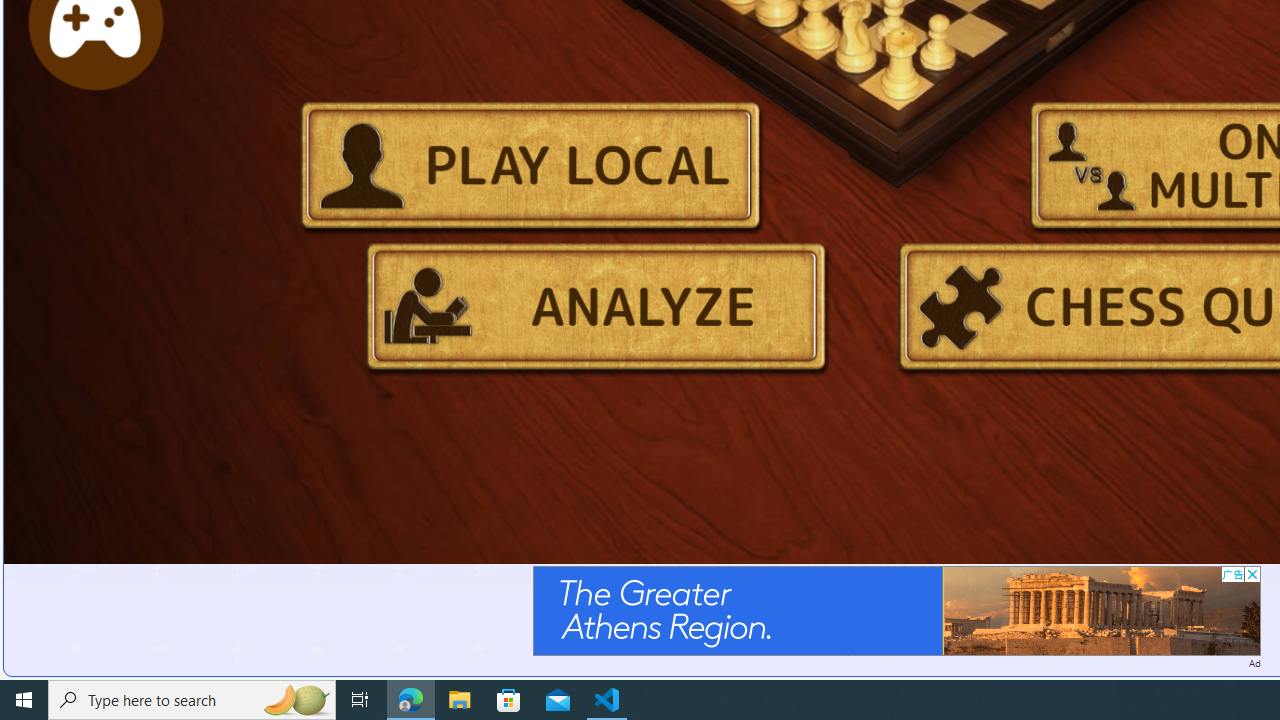  What do you see at coordinates (1251, 574) in the screenshot?
I see `'AutomationID: cbb'` at bounding box center [1251, 574].